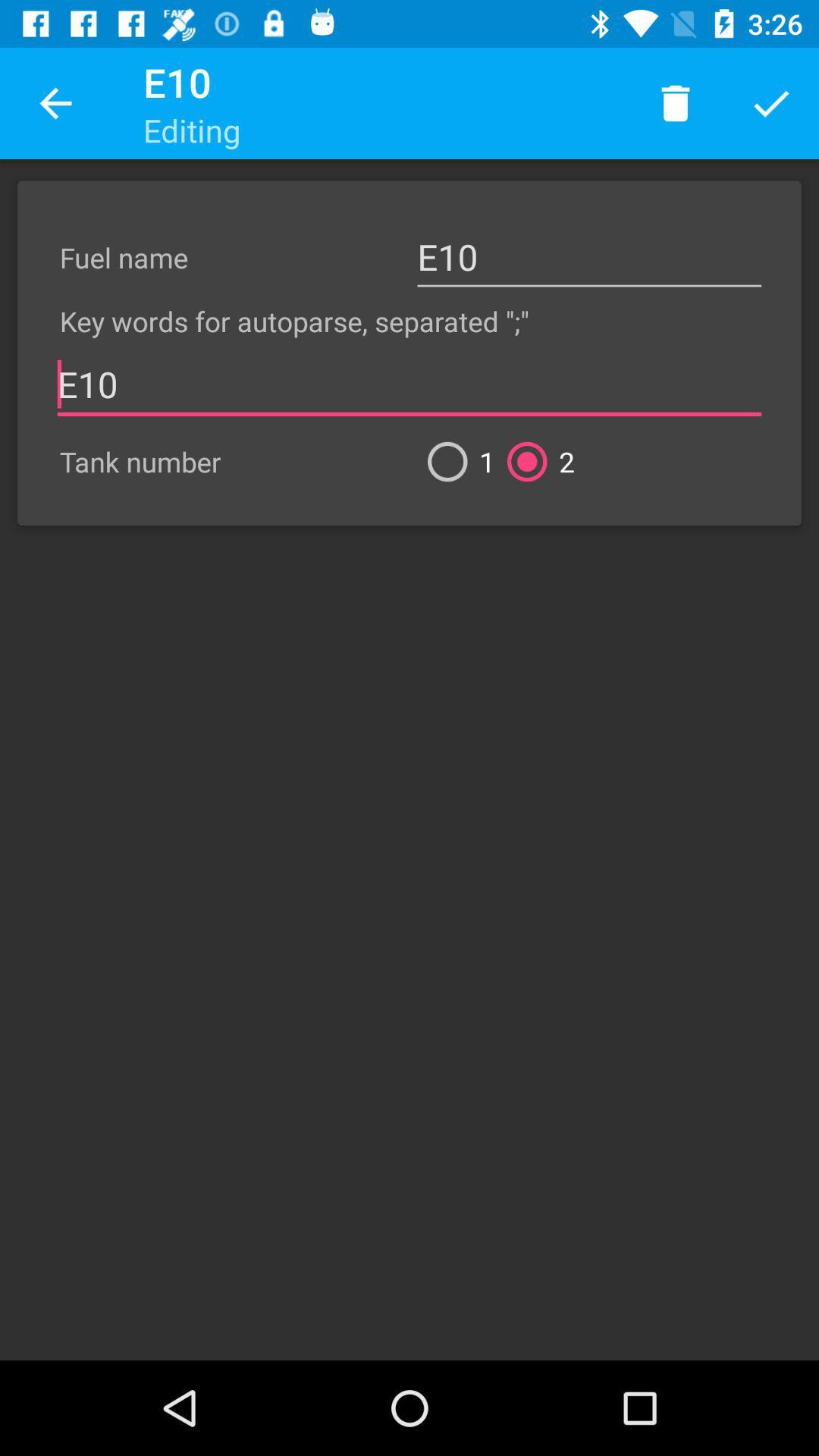  Describe the element at coordinates (534, 461) in the screenshot. I see `the icon below e10 icon` at that location.